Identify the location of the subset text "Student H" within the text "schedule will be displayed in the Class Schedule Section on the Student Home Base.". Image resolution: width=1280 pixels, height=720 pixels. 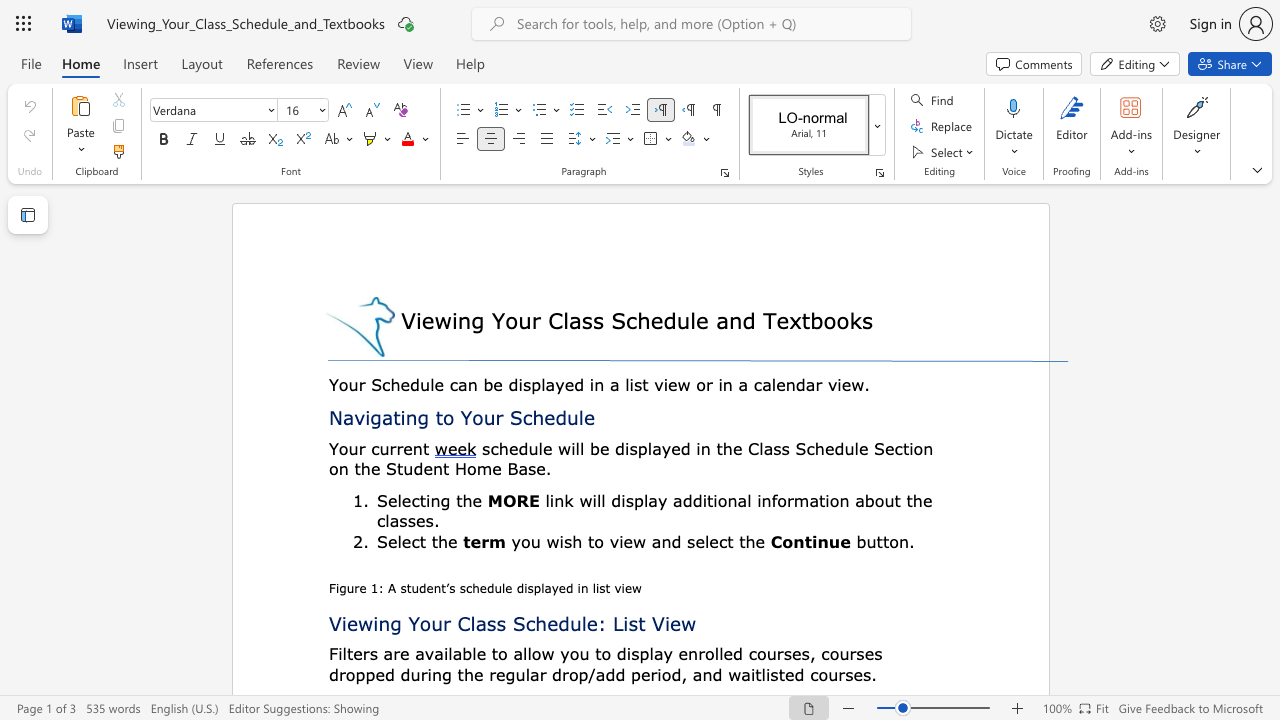
(386, 468).